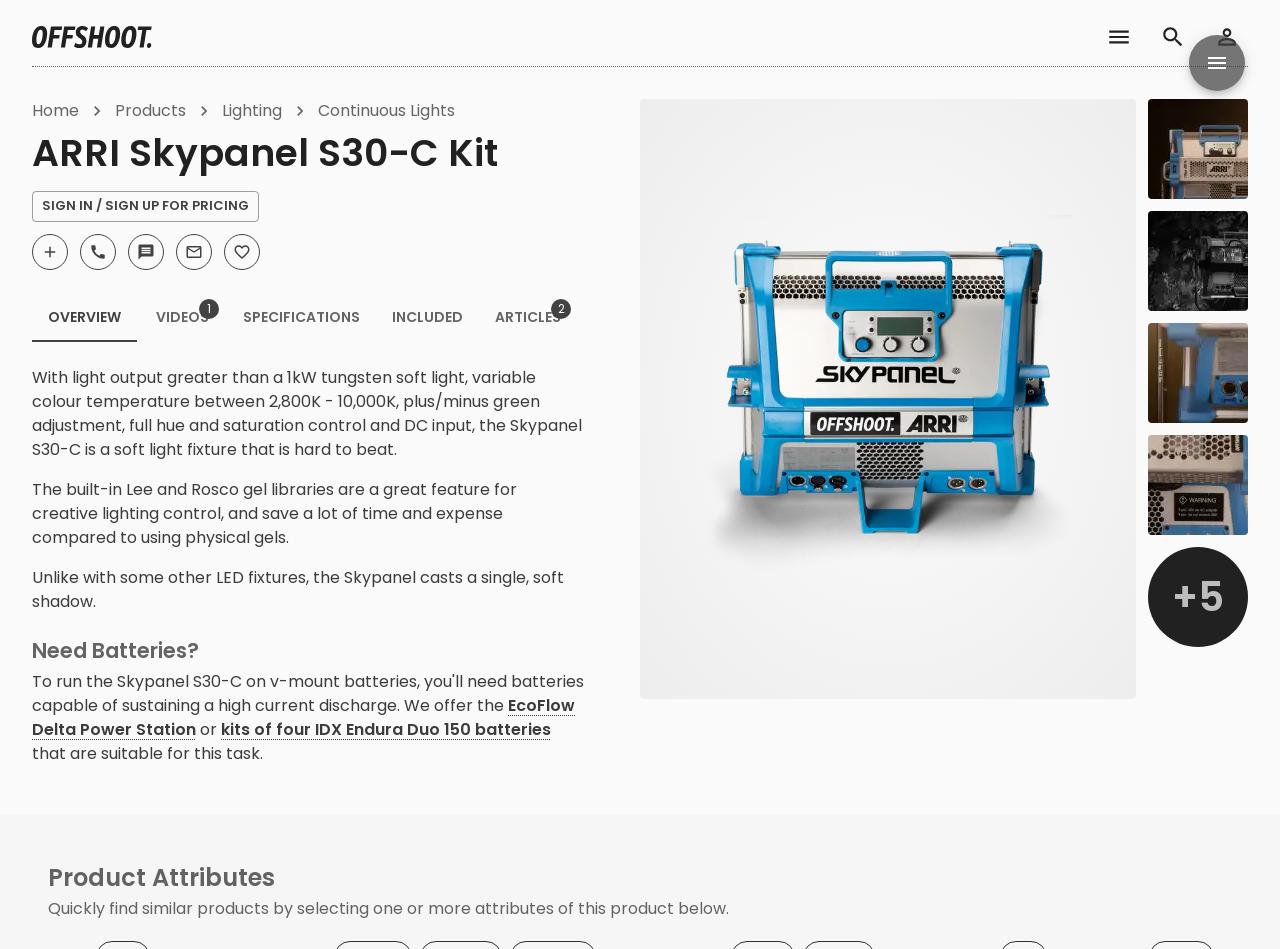 The width and height of the screenshot is (1280, 949). What do you see at coordinates (48, 315) in the screenshot?
I see `'Overview'` at bounding box center [48, 315].